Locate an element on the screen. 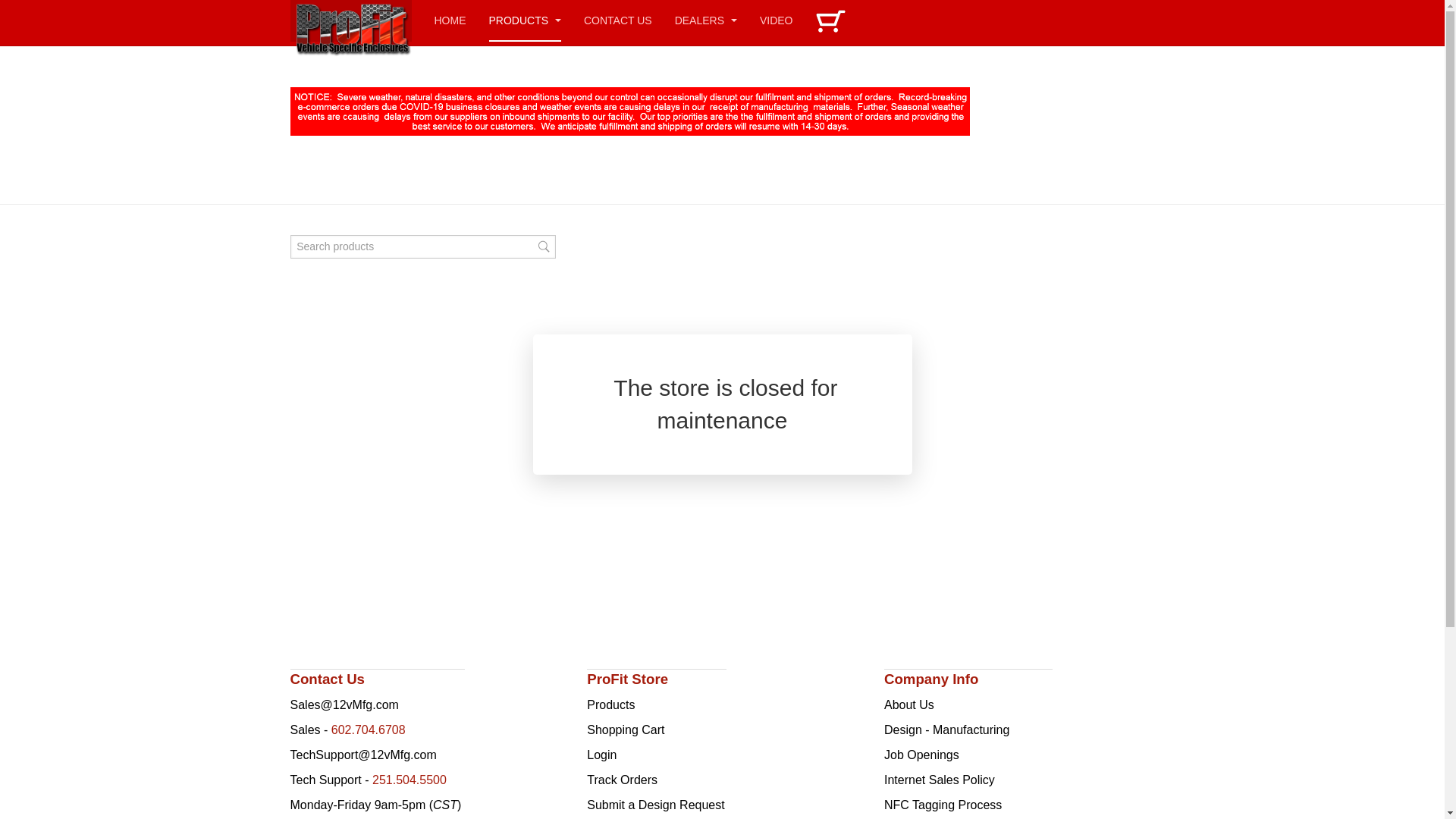 The width and height of the screenshot is (1456, 819). 'Login' is located at coordinates (601, 755).